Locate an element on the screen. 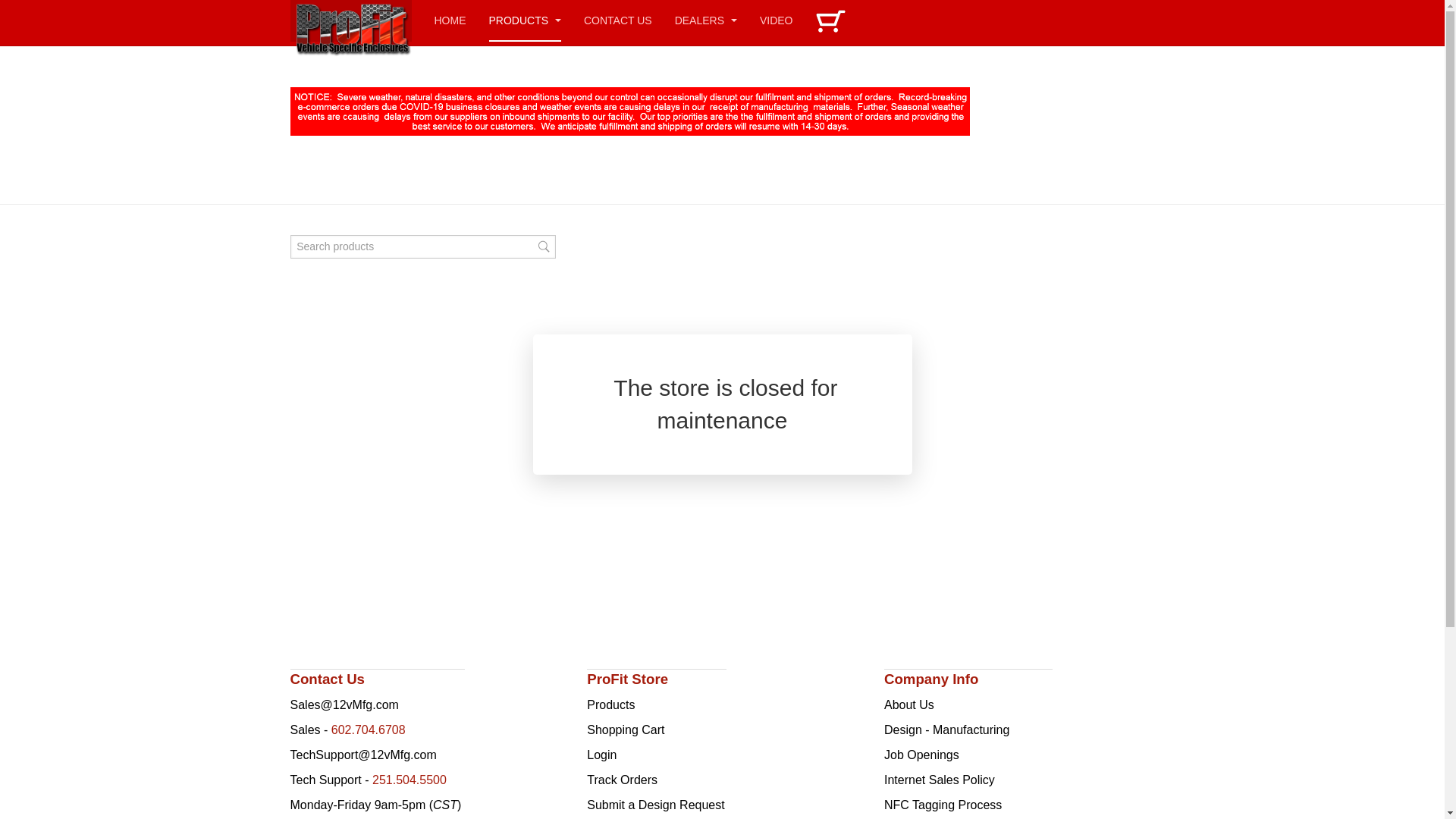 The width and height of the screenshot is (1456, 819). 'Login' is located at coordinates (601, 755).